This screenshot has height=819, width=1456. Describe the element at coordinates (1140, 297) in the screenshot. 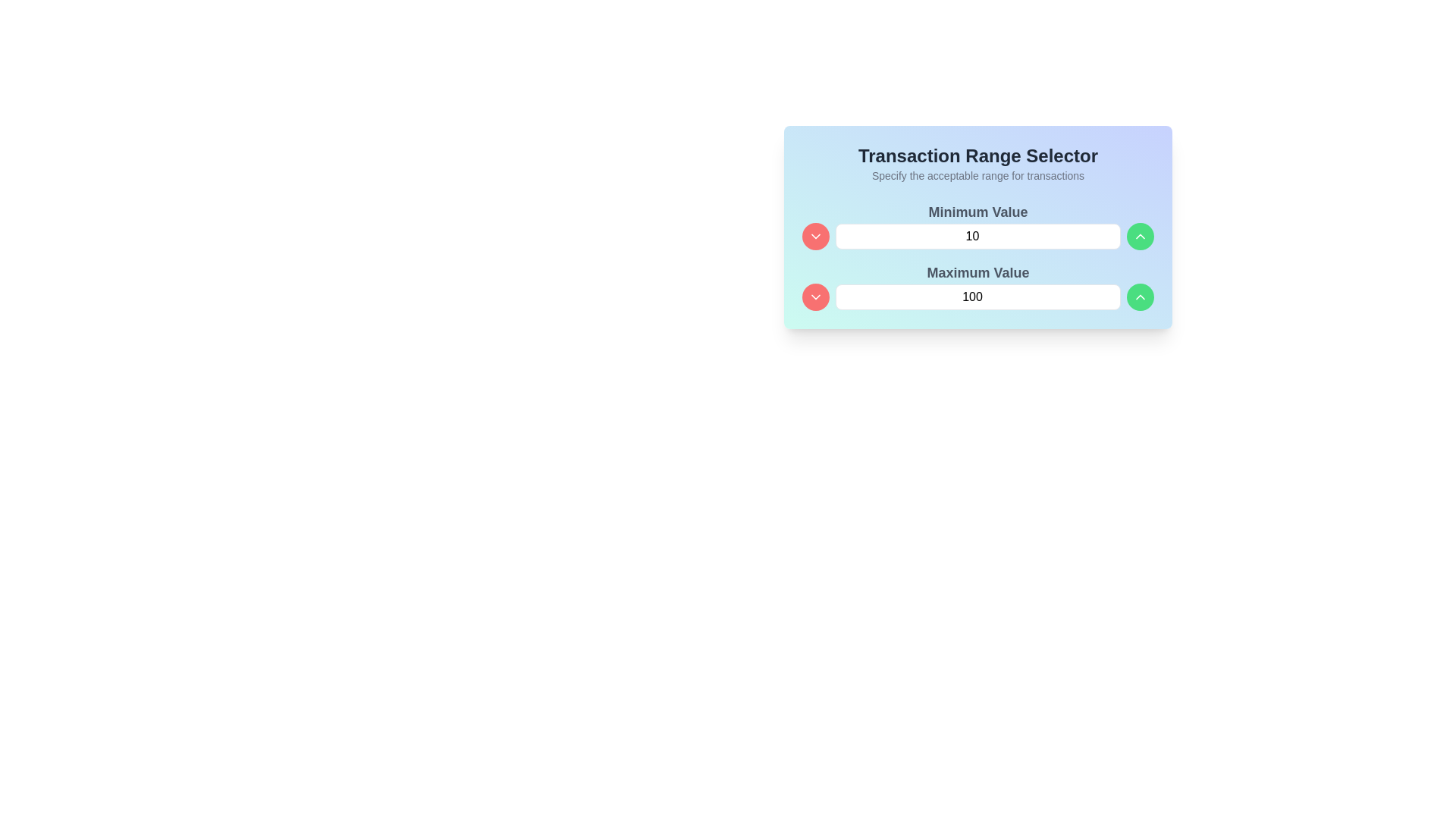

I see `the increment button located at the far-right end of the component group to observe hover feedback` at that location.